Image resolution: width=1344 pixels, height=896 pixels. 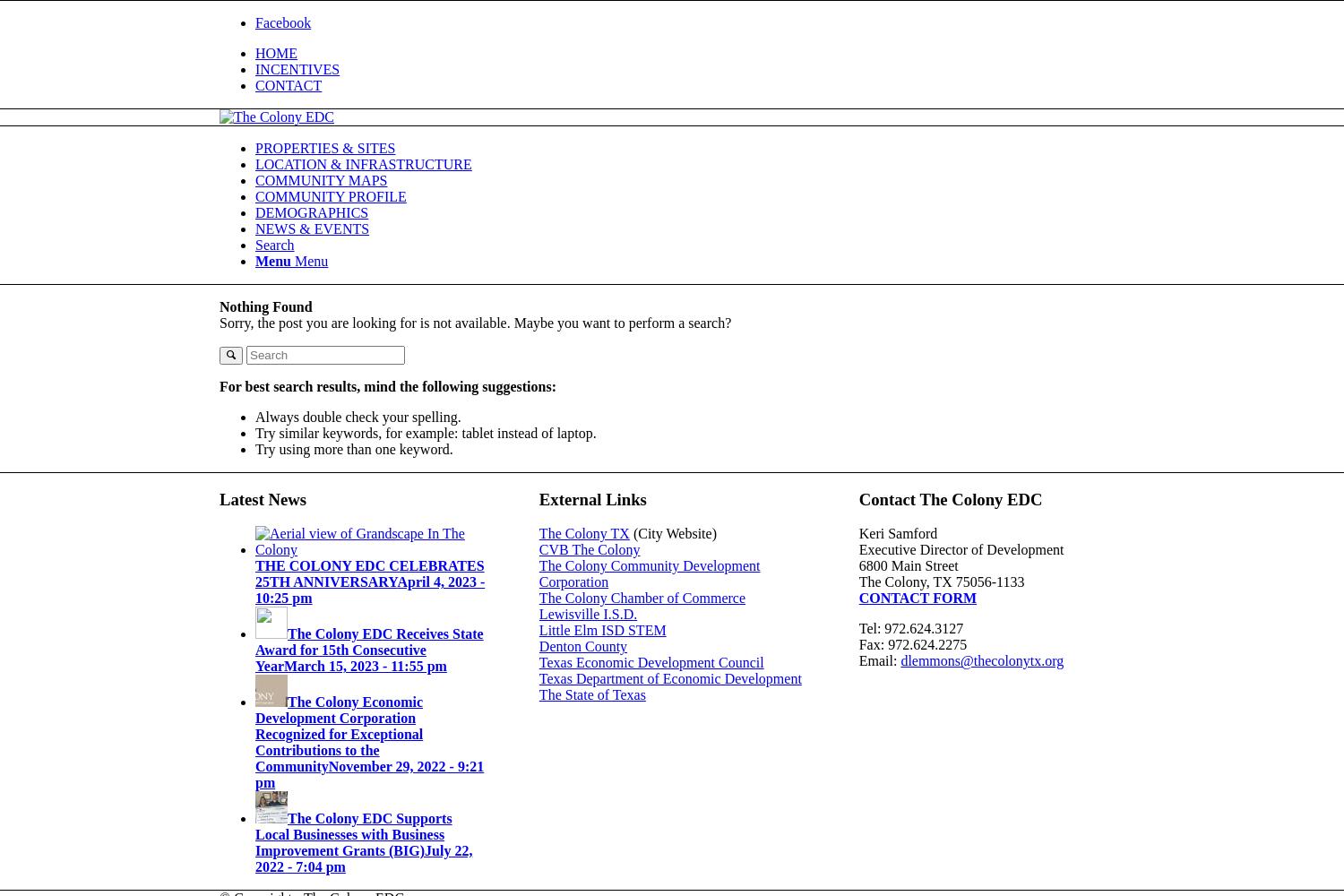 What do you see at coordinates (353, 449) in the screenshot?
I see `'Try using more than one keyword.'` at bounding box center [353, 449].